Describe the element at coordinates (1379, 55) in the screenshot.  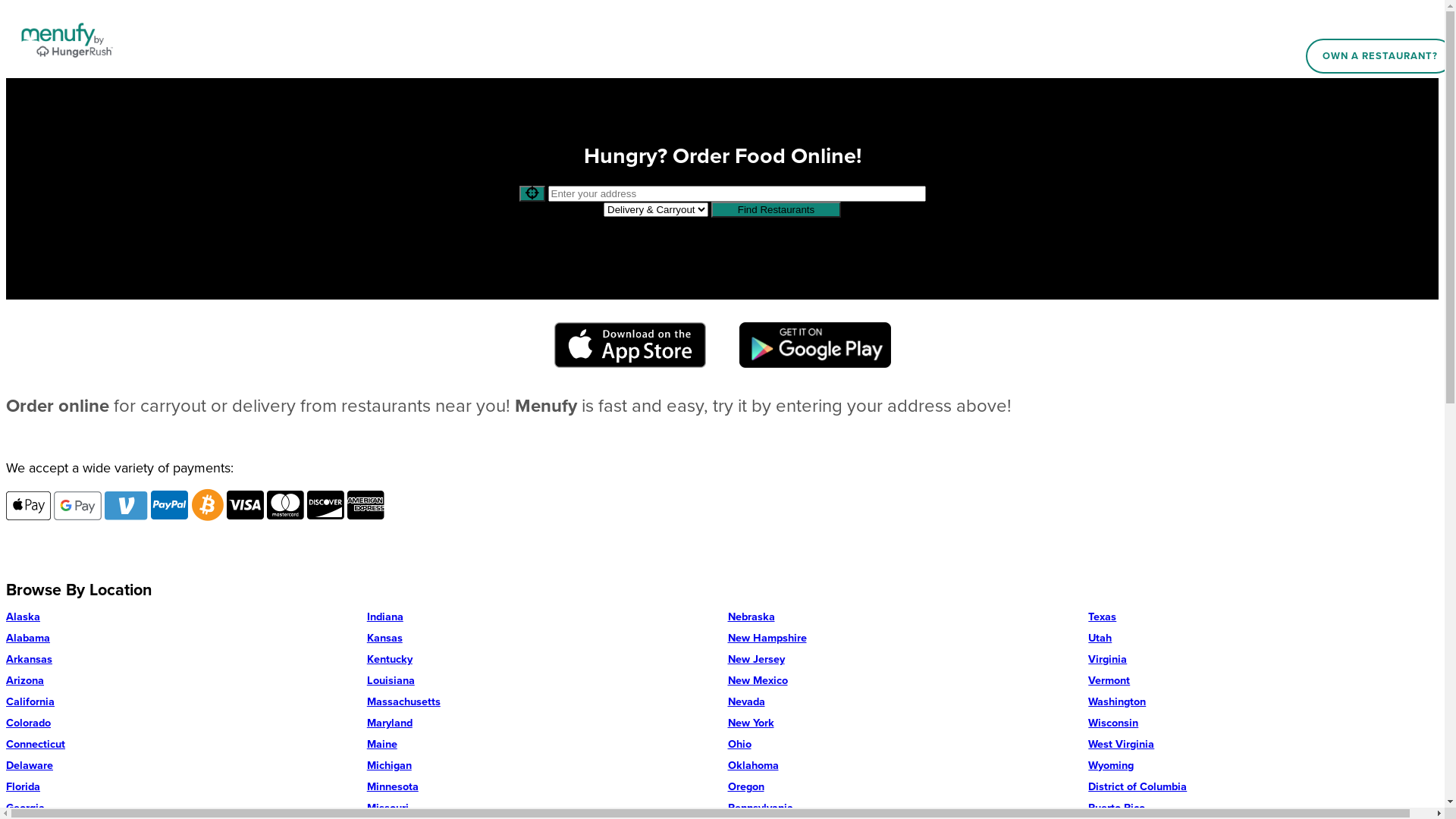
I see `'OWN A RESTAURANT?'` at that location.